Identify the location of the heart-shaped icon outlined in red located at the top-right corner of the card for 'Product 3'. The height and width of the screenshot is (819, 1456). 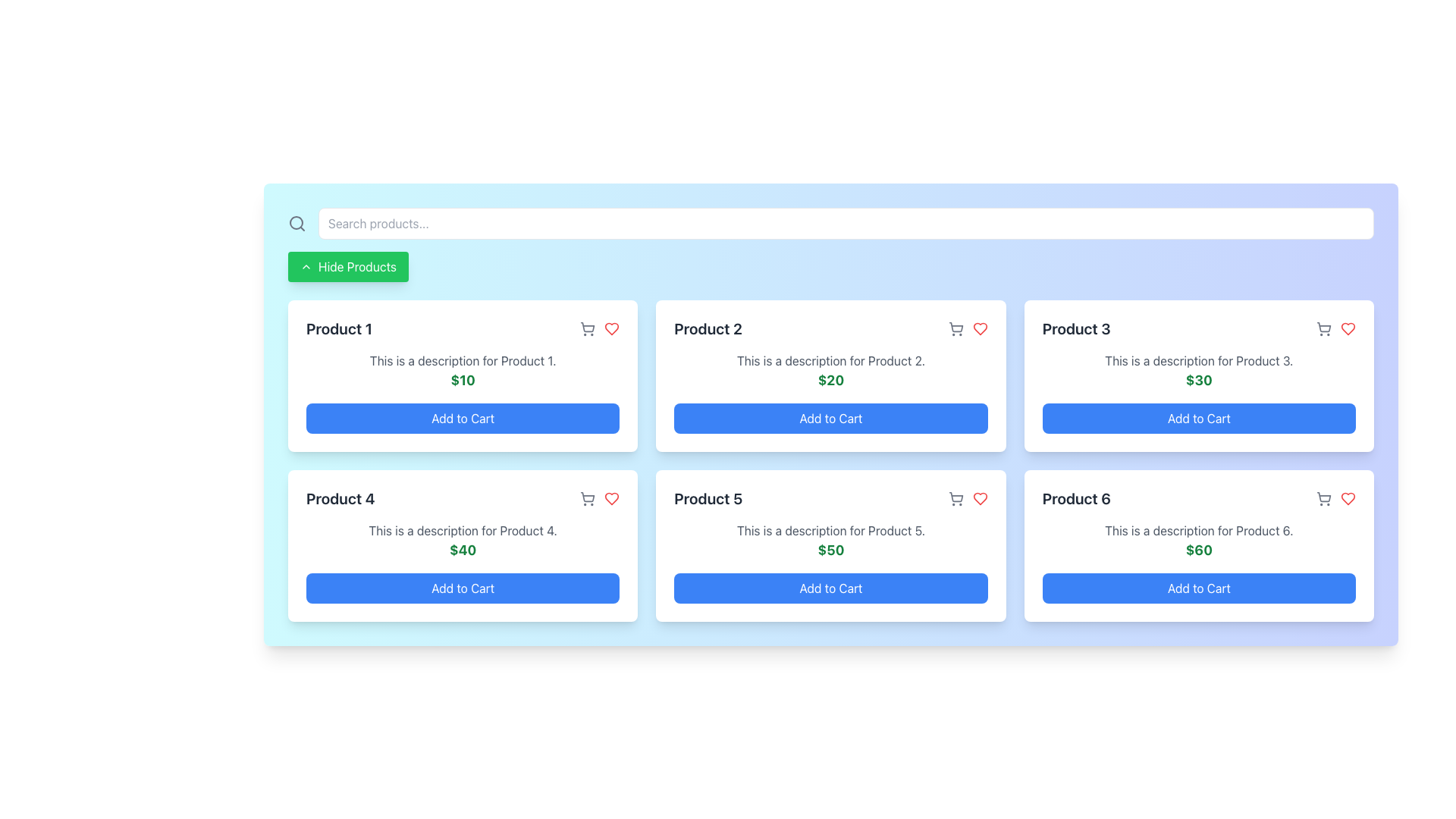
(1348, 328).